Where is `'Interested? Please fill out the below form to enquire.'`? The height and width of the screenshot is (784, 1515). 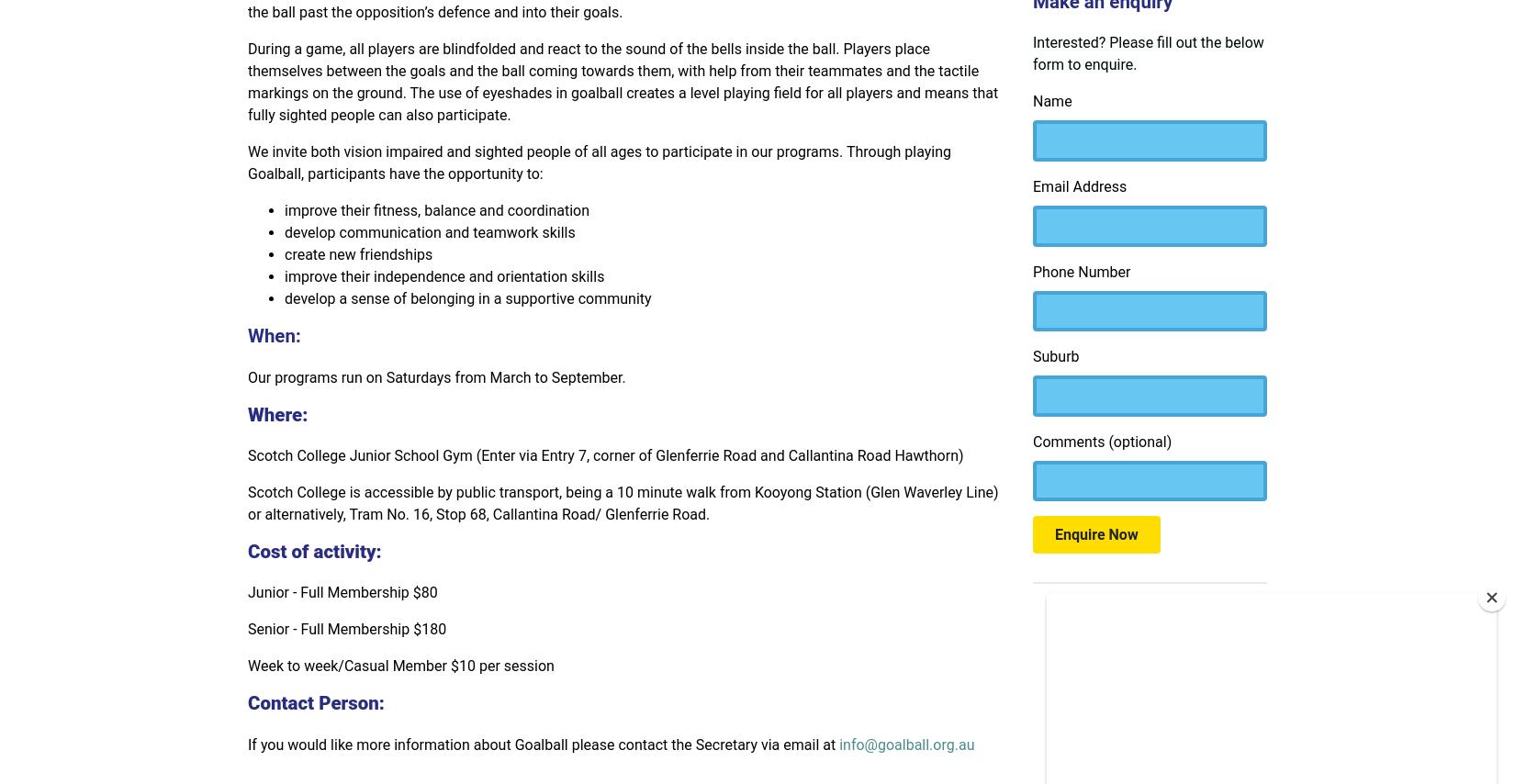 'Interested? Please fill out the below form to enquire.' is located at coordinates (1147, 53).